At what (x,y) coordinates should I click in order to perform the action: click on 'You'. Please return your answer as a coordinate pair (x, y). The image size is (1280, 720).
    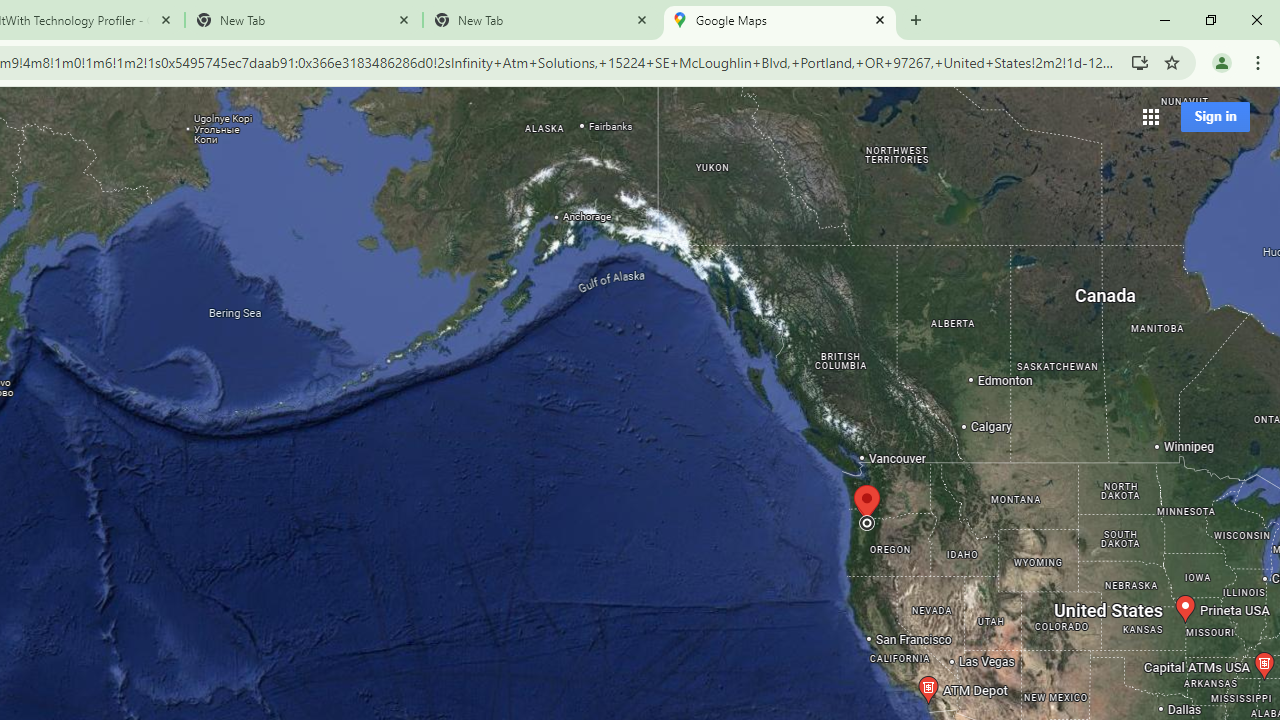
    Looking at the image, I should click on (1220, 61).